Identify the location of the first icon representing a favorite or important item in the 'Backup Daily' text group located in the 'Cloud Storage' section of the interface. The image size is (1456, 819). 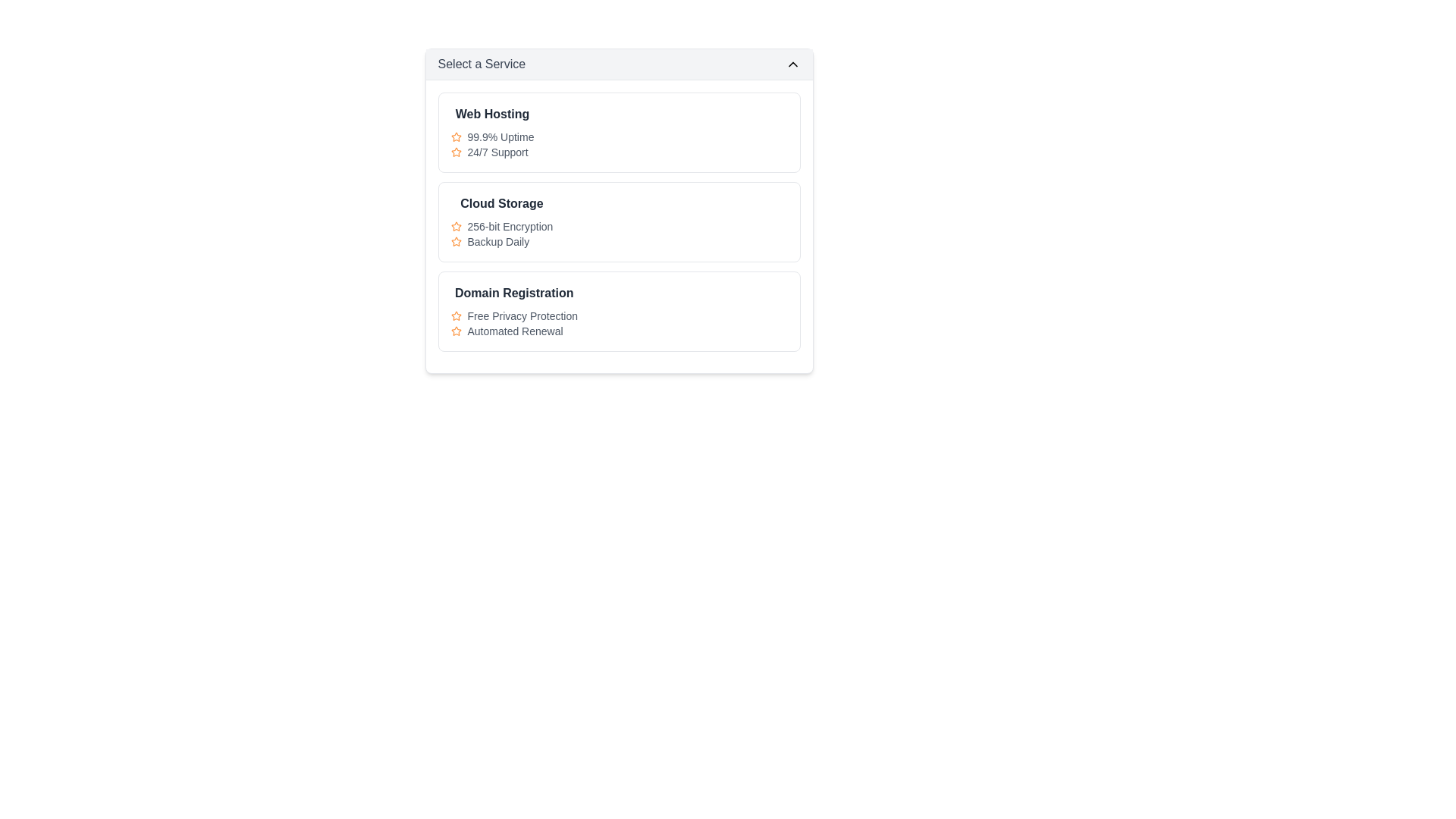
(455, 241).